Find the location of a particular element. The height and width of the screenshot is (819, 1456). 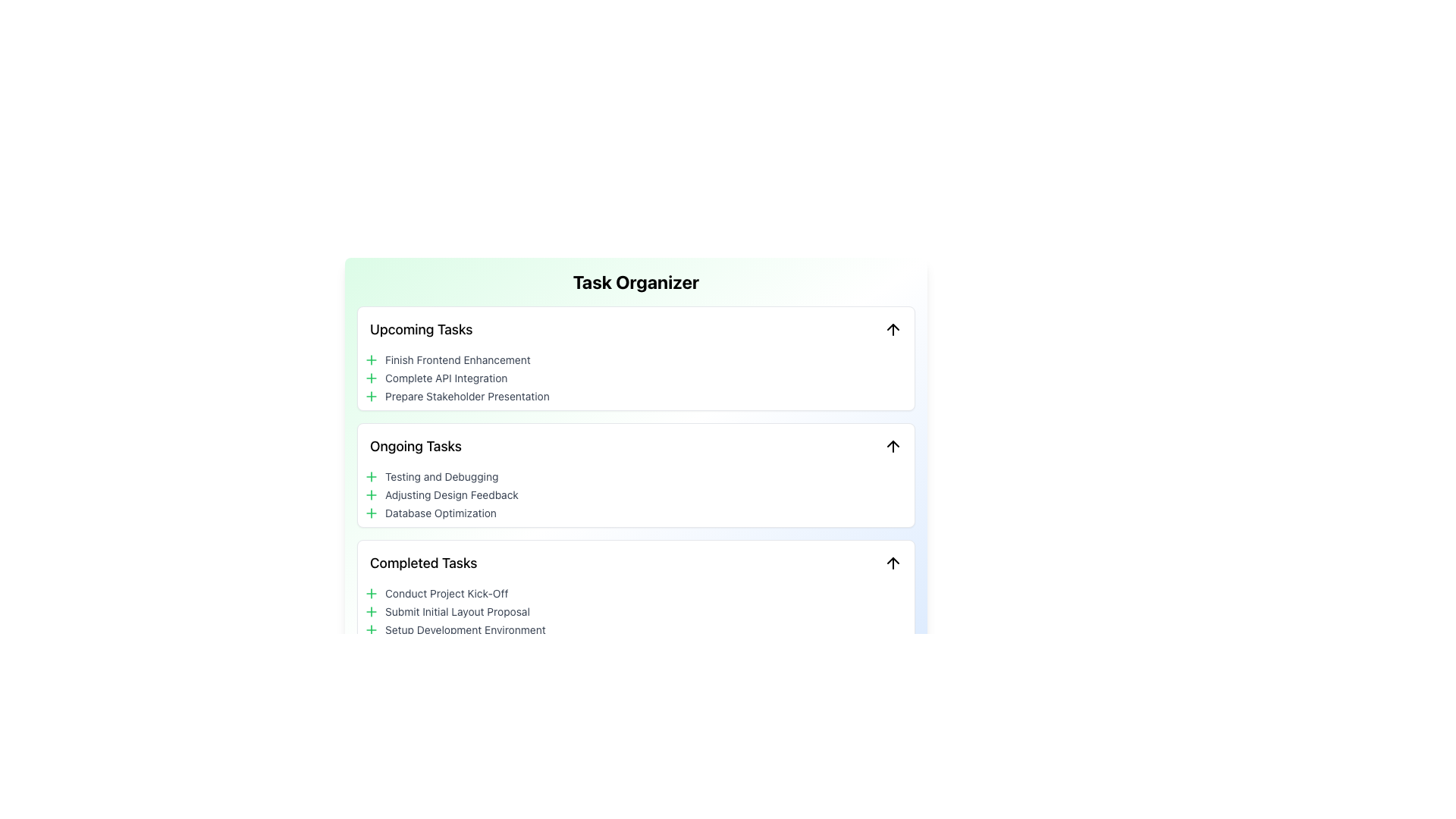

the green plus symbol button located at the top-left of the 'Testing and Debugging' text in the 'Ongoing Tasks' section is located at coordinates (371, 475).